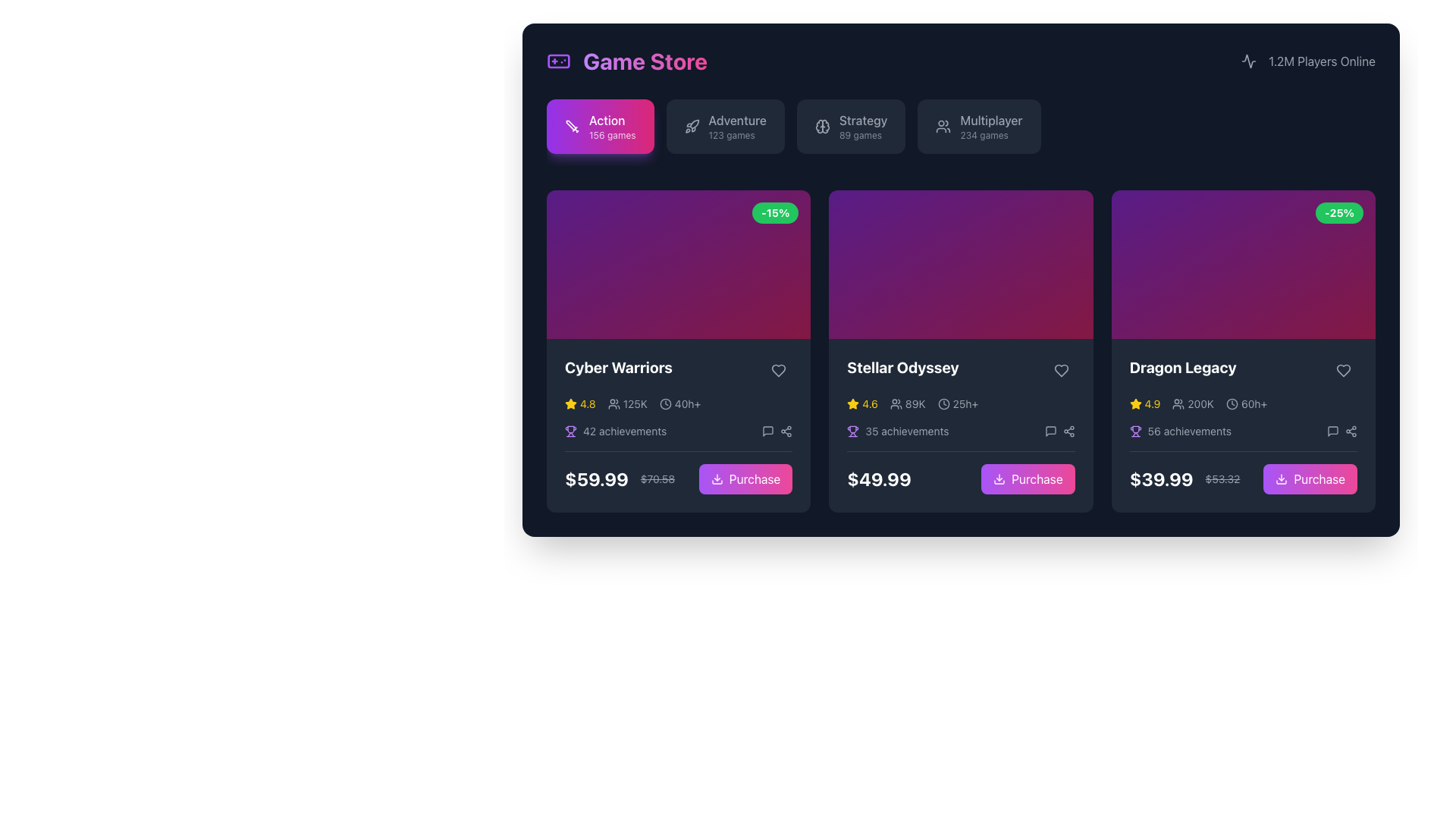 The height and width of the screenshot is (819, 1456). I want to click on displayed statistical information text showing the number of games available in the 'Adventure' category, located below the 'Adventure' label in the upper-right quadrant of the interface, so click(732, 134).